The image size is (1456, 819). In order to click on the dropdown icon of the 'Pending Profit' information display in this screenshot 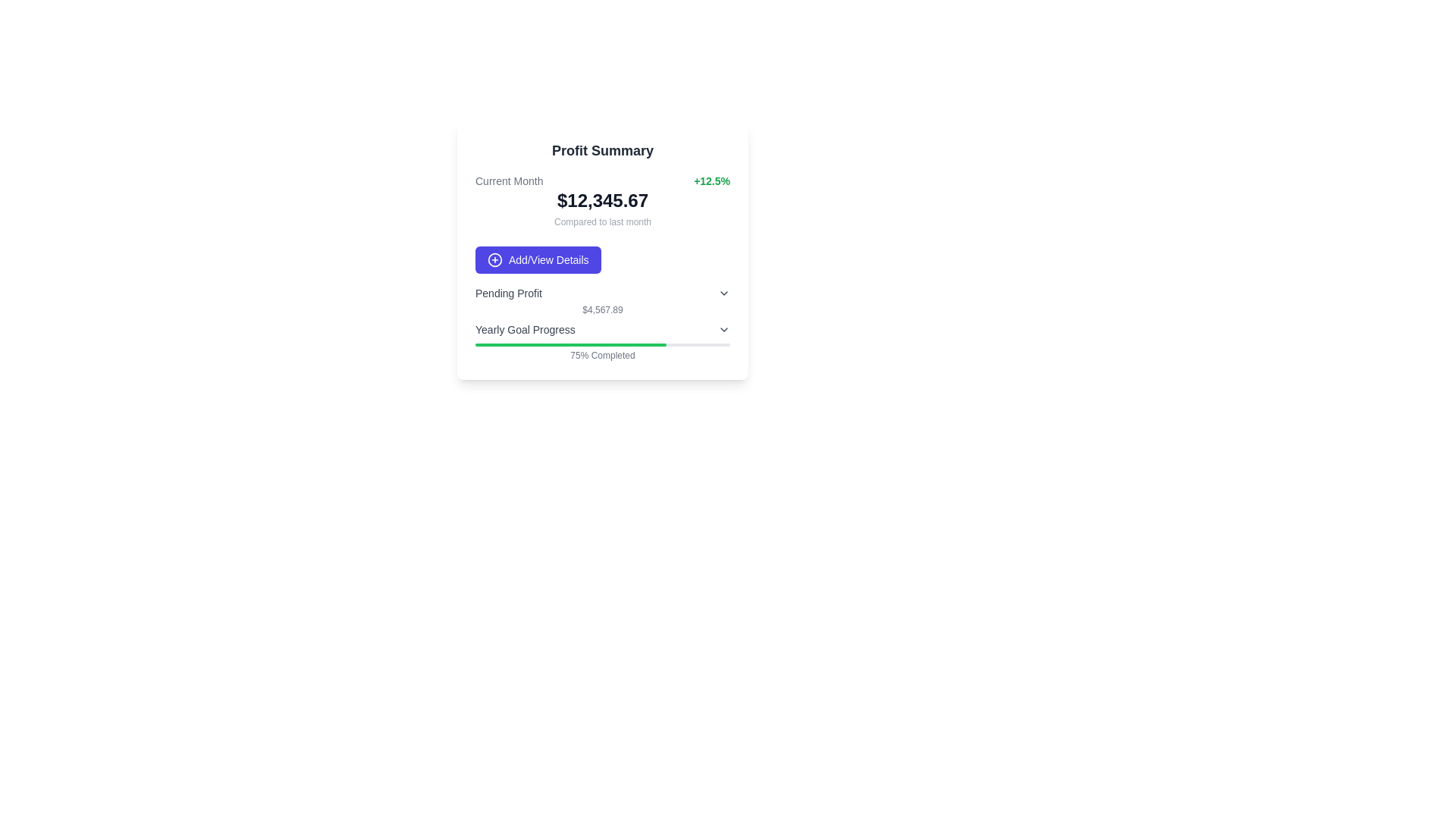, I will do `click(602, 301)`.